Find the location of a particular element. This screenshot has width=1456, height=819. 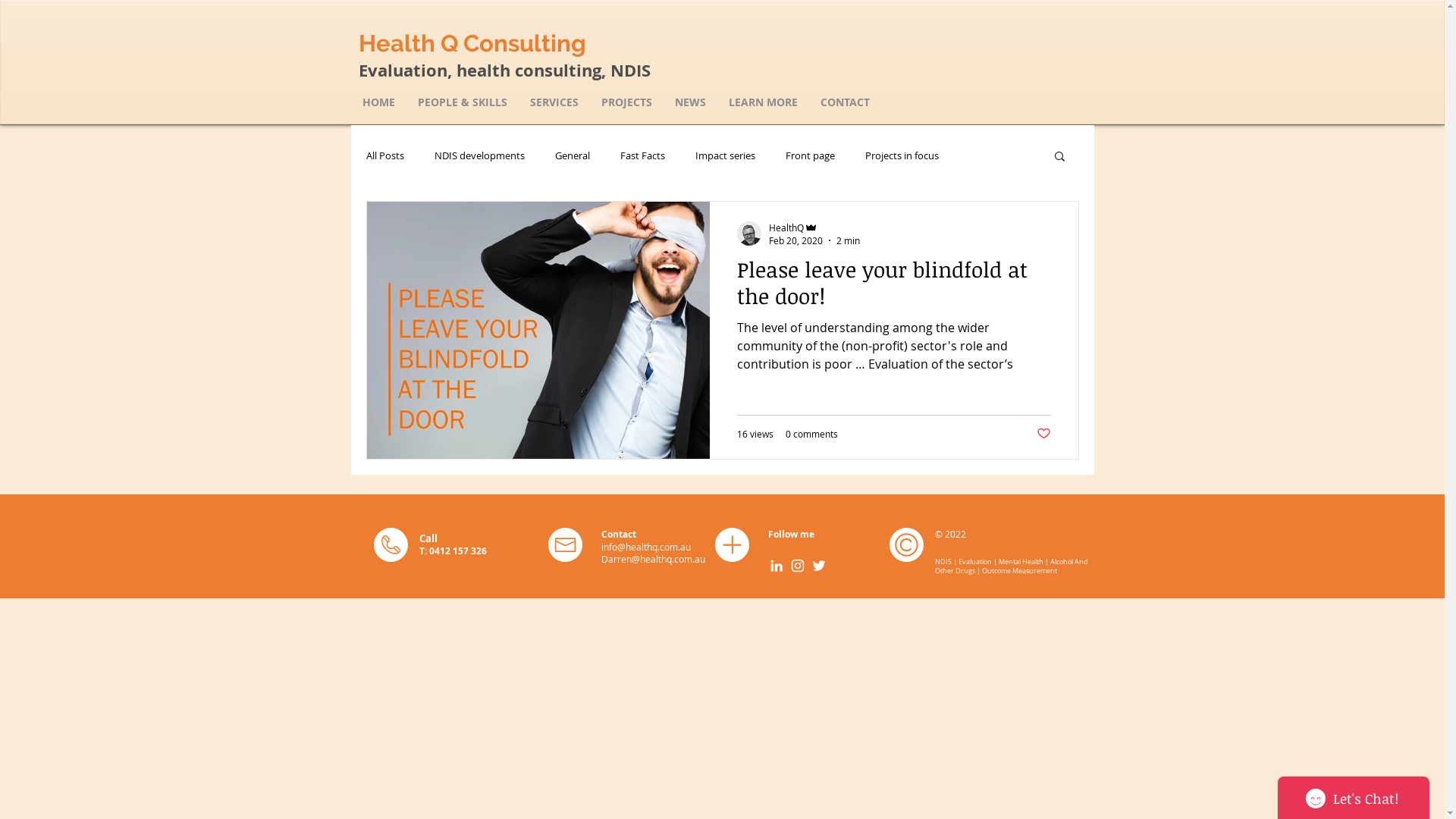

'Please leave your blindfold at the door!' is located at coordinates (894, 287).